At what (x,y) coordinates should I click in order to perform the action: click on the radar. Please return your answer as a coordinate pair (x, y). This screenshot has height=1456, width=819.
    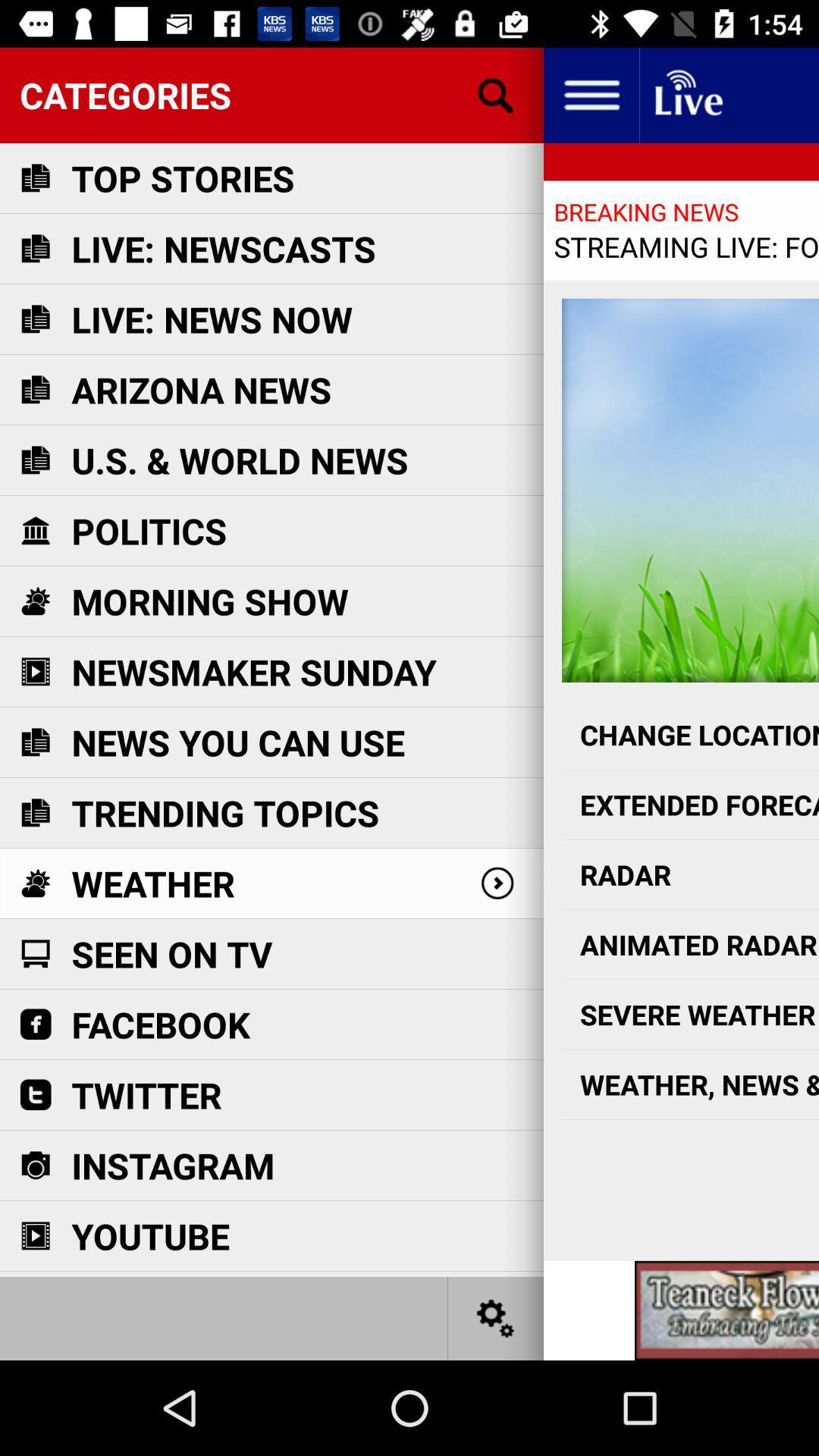
    Looking at the image, I should click on (690, 874).